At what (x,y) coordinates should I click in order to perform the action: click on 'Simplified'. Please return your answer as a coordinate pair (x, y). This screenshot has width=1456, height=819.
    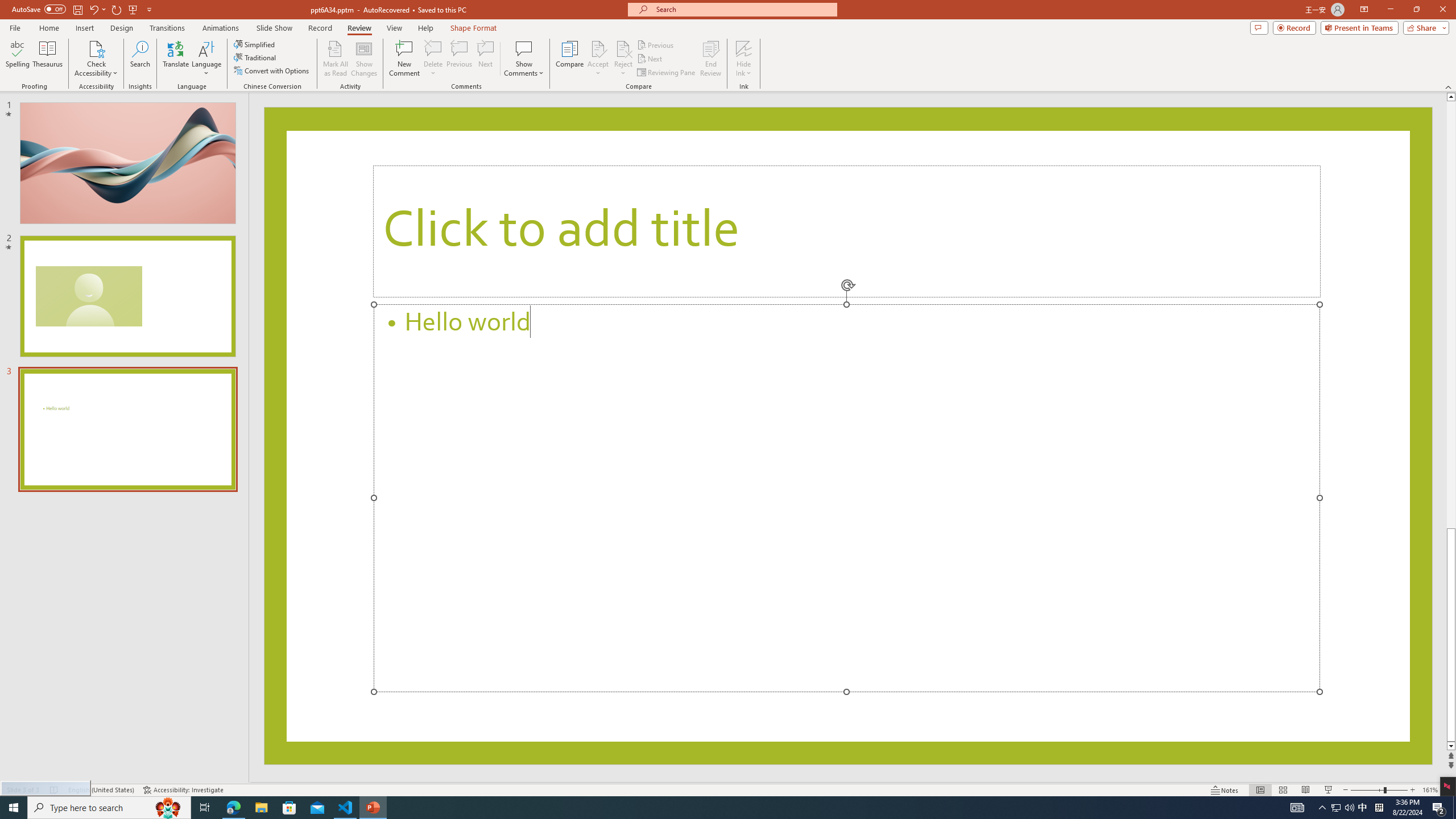
    Looking at the image, I should click on (255, 44).